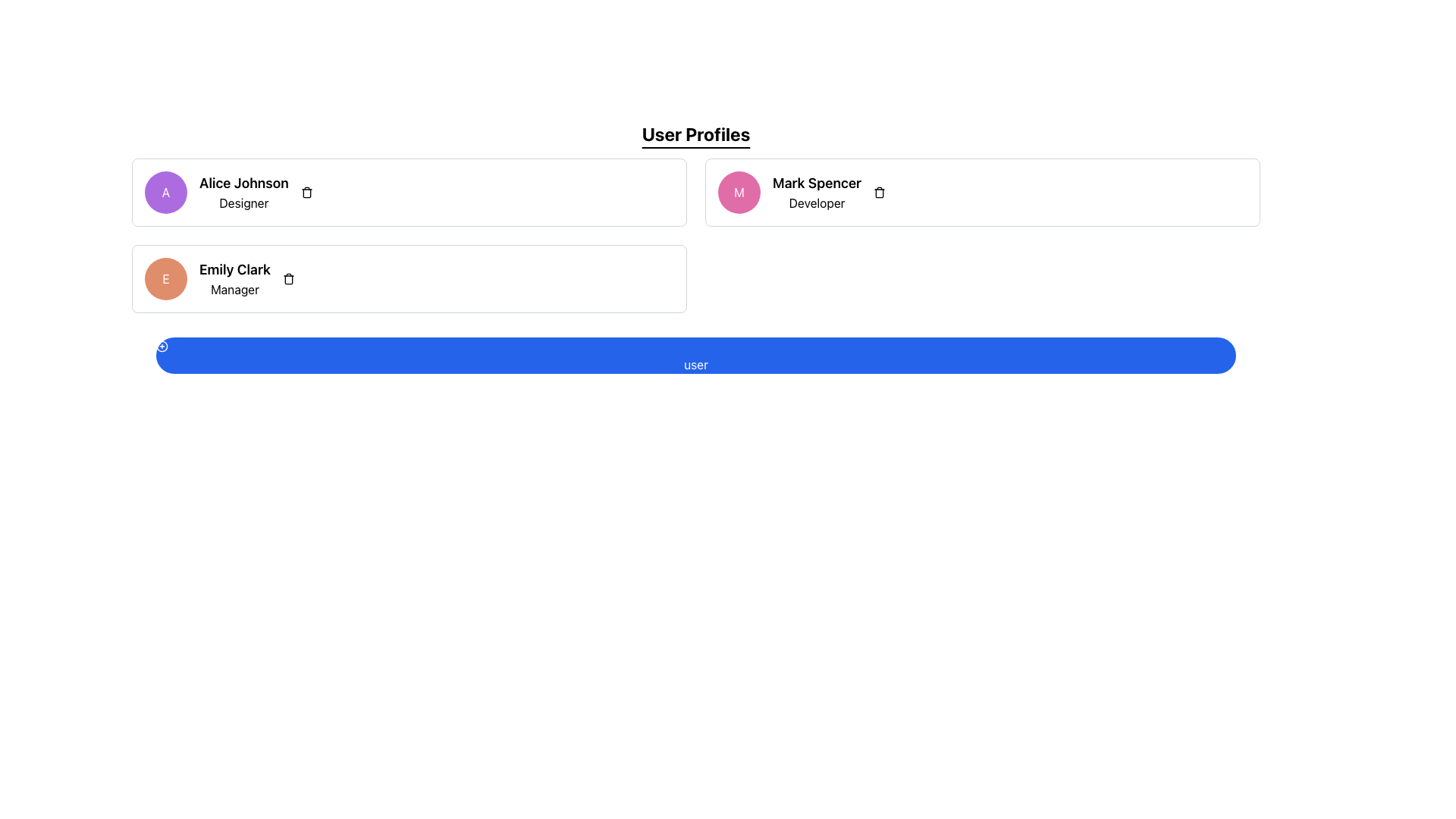  Describe the element at coordinates (695, 133) in the screenshot. I see `the 'User Profiles' header text, which is styled in bold and underlined with a large font size, located at the top center of the layout` at that location.